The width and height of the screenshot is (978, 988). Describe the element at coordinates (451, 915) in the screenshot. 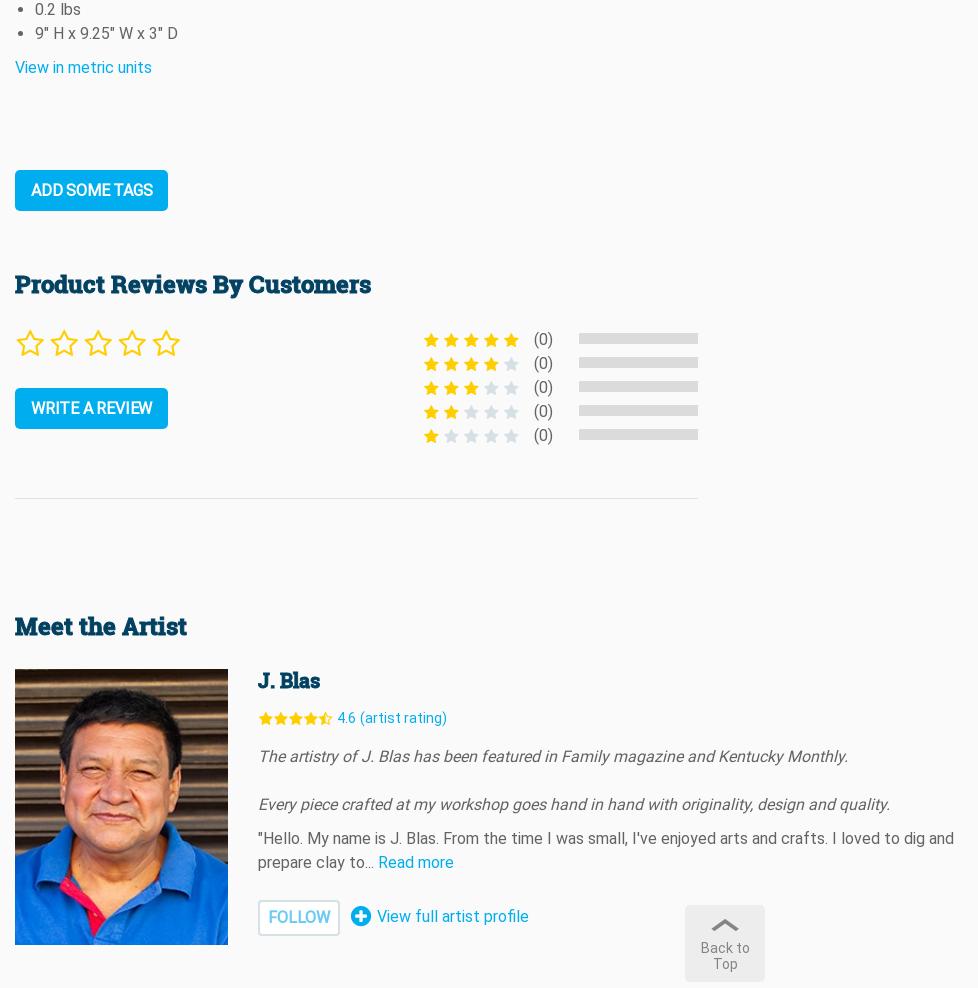

I see `'View full artist profile'` at that location.